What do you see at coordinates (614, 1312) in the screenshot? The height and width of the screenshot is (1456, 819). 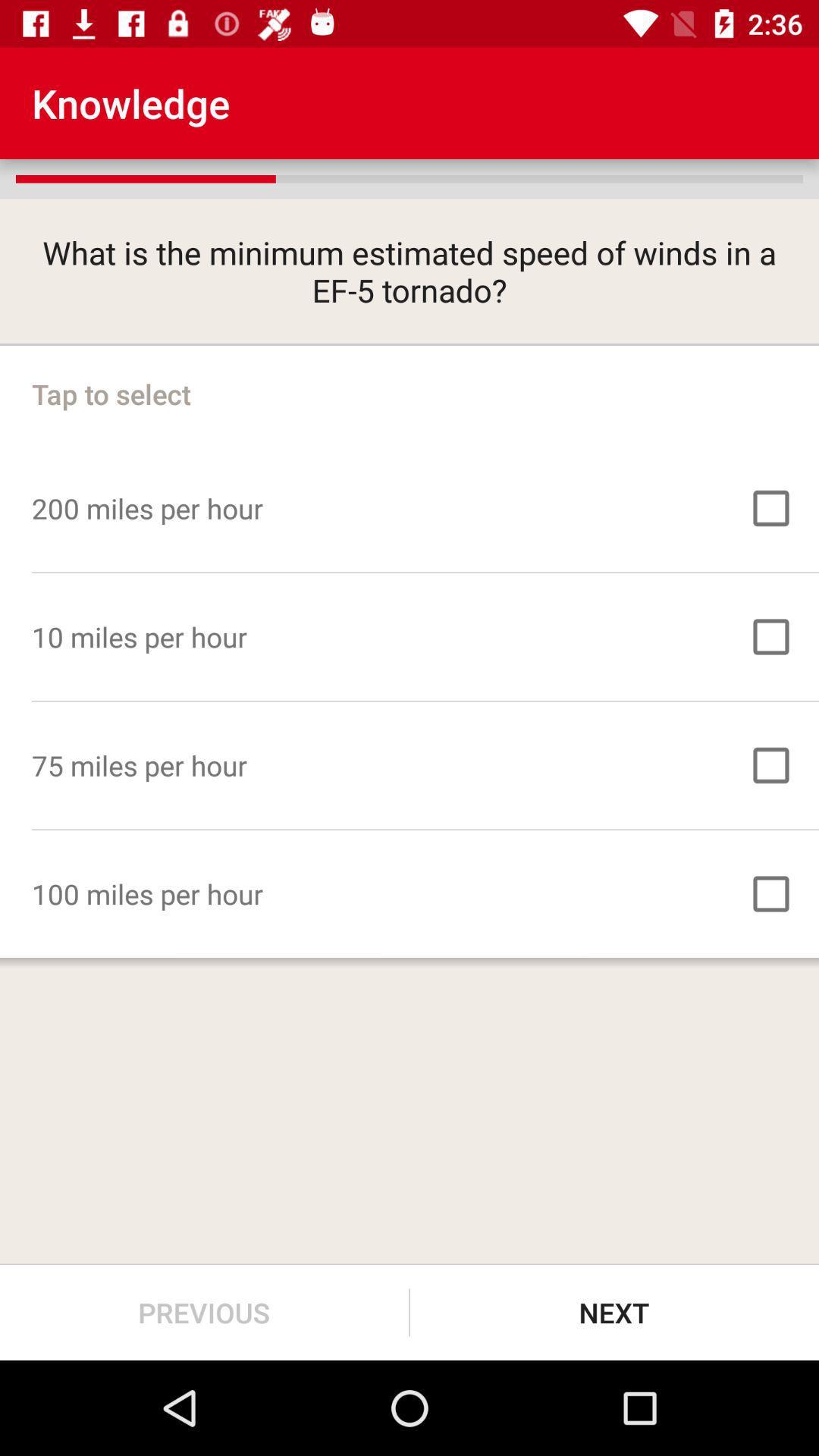 I see `the next` at bounding box center [614, 1312].